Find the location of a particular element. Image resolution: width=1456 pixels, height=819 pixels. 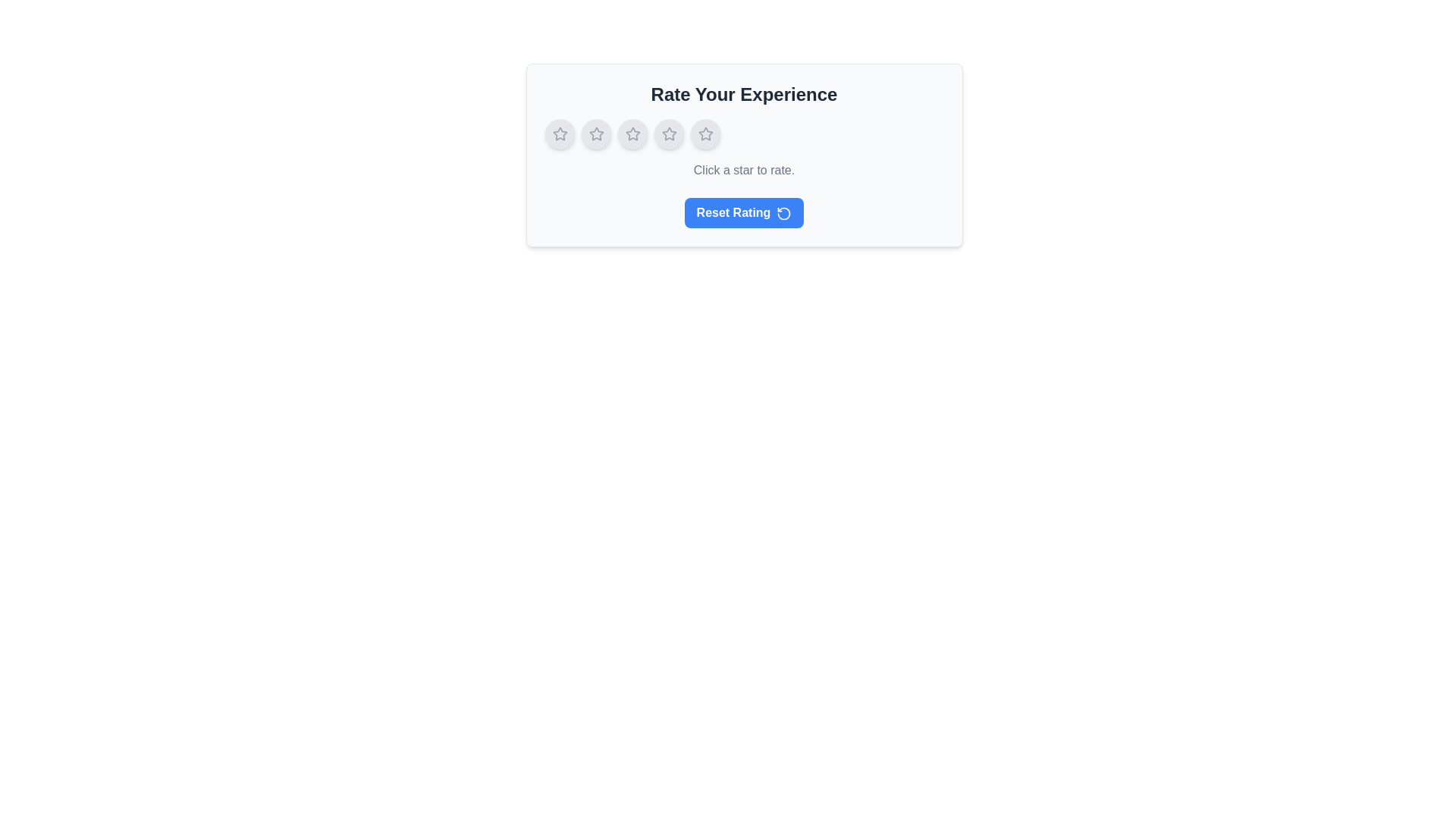

the counter-clockwise arrow icon located inside the 'Reset Rating' button, positioned at the far right side adjacent to the text label is located at coordinates (784, 213).